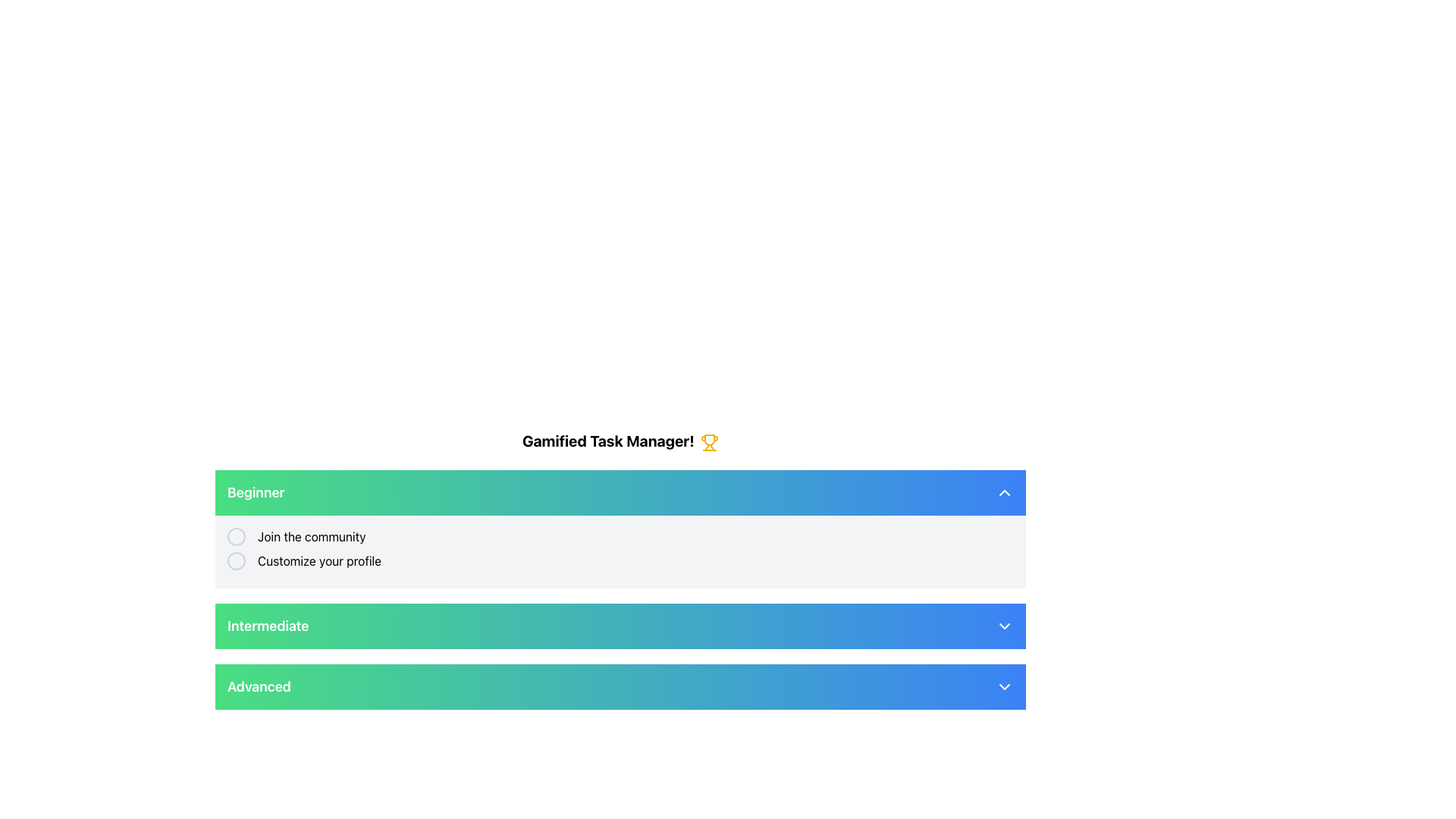 The height and width of the screenshot is (819, 1456). Describe the element at coordinates (1004, 687) in the screenshot. I see `the chevron-type arrow icon located at the far-right side of the 'Advanced' section` at that location.